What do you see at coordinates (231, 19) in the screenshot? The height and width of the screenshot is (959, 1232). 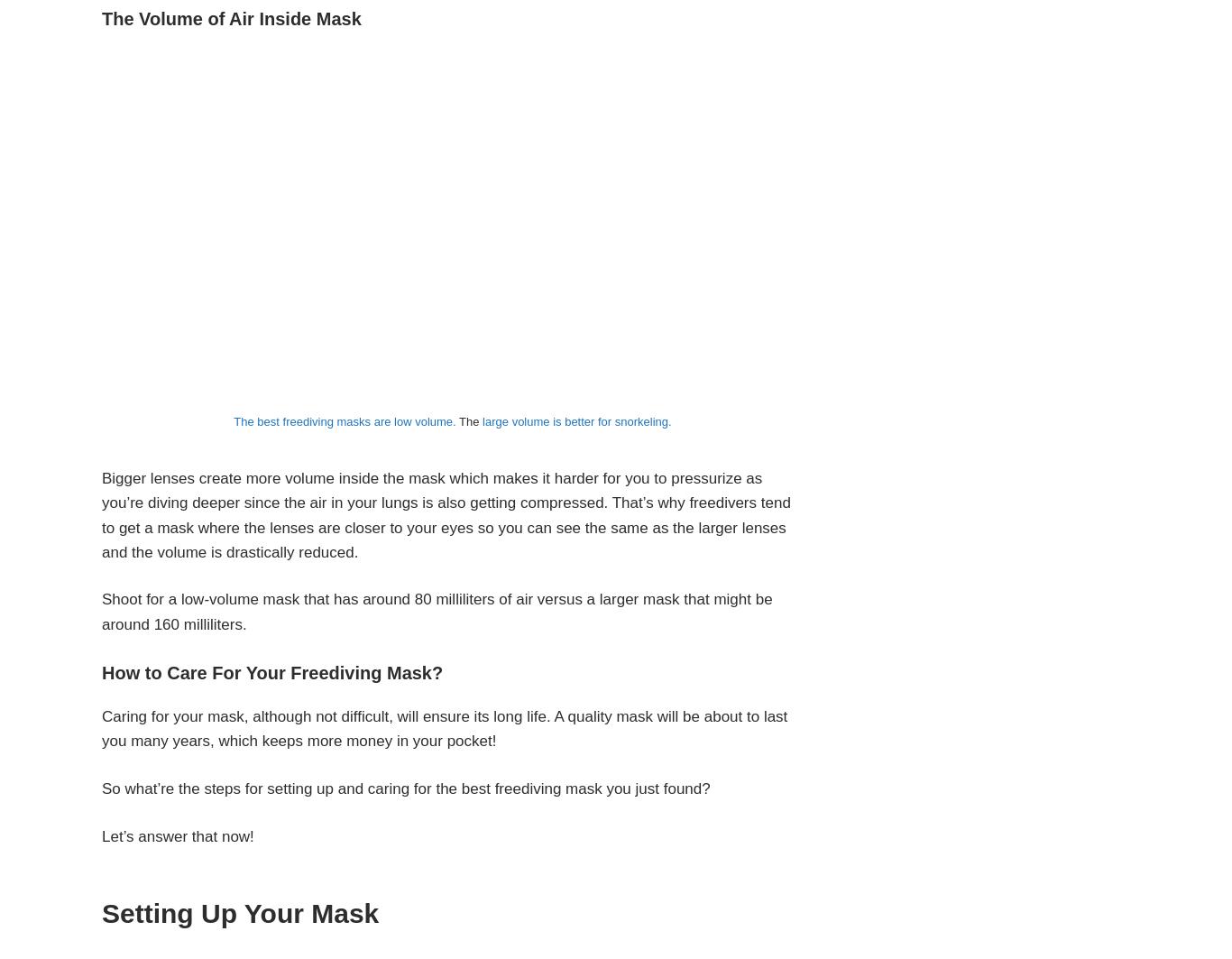 I see `'The Volume of Air Inside Mask'` at bounding box center [231, 19].